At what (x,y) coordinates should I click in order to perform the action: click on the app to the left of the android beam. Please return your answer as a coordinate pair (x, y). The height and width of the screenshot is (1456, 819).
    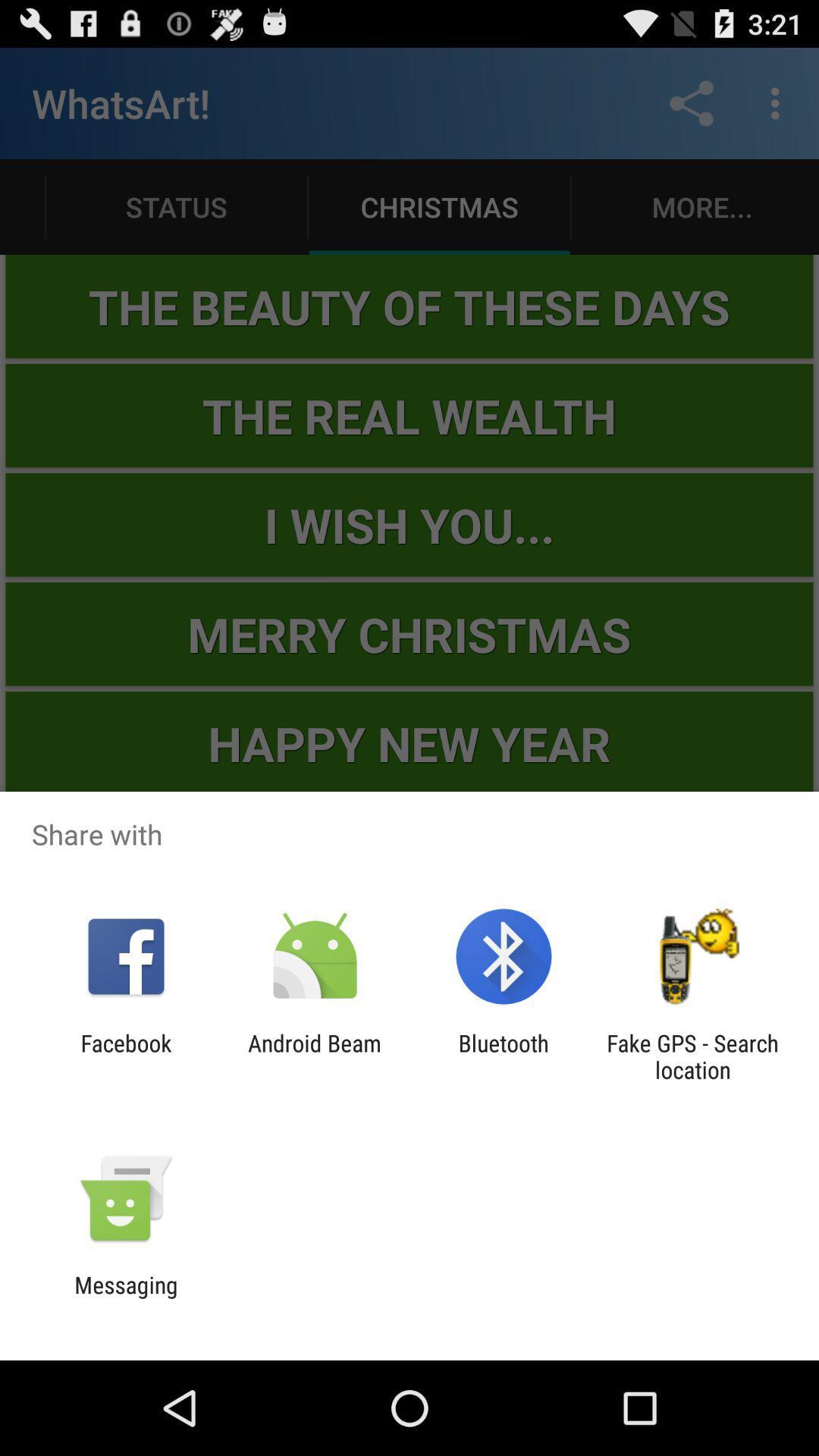
    Looking at the image, I should click on (125, 1056).